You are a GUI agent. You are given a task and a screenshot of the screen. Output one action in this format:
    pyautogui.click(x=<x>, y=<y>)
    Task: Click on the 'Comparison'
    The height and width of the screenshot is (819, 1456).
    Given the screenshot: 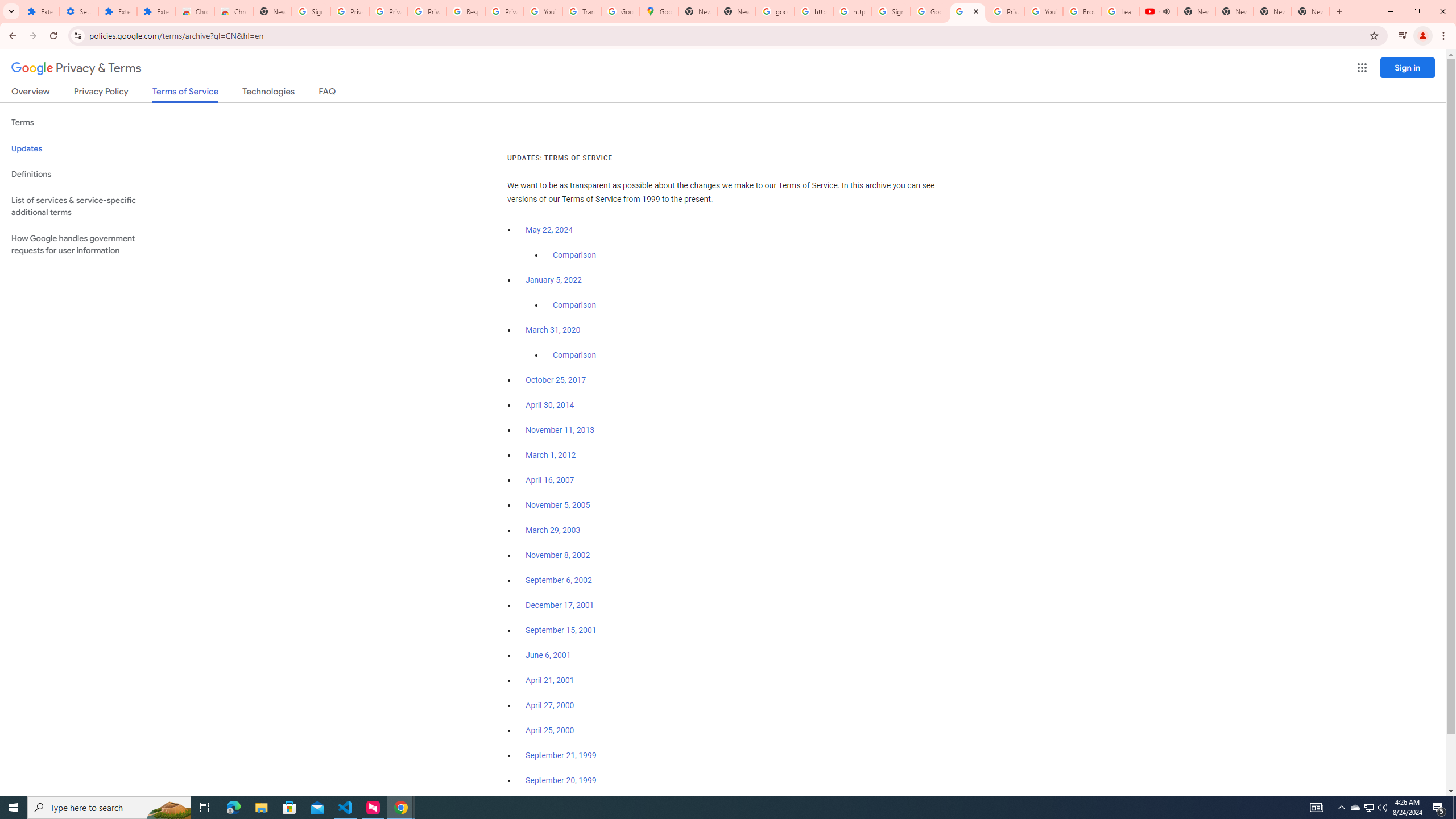 What is the action you would take?
    pyautogui.click(x=573, y=355)
    